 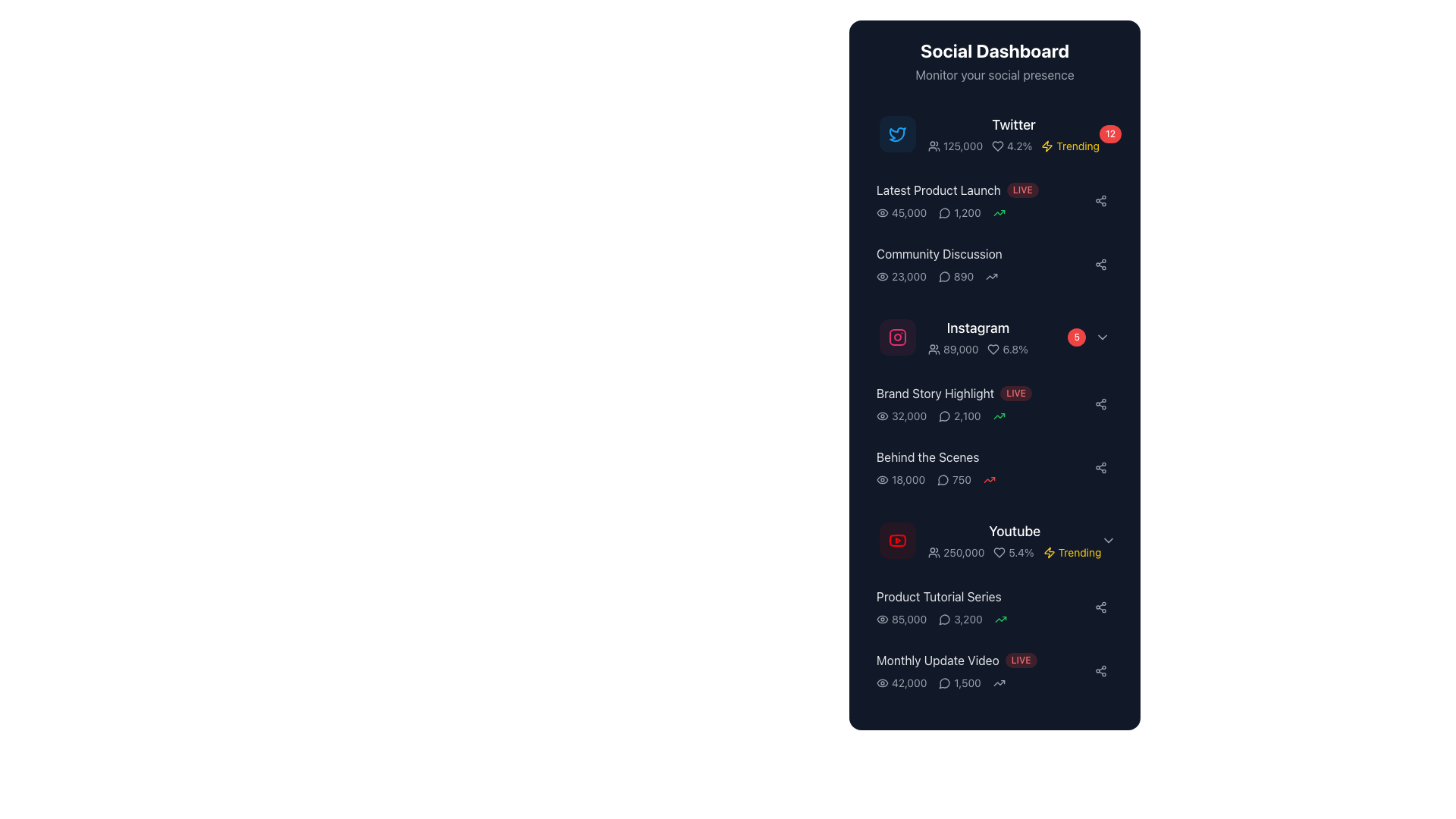 What do you see at coordinates (1100, 467) in the screenshot?
I see `the share icon button, which is located in the 'Behind the Scenes' section of the dashboard, visually represented by three interconnected circles in a light gray color on a dark rectangular area` at bounding box center [1100, 467].